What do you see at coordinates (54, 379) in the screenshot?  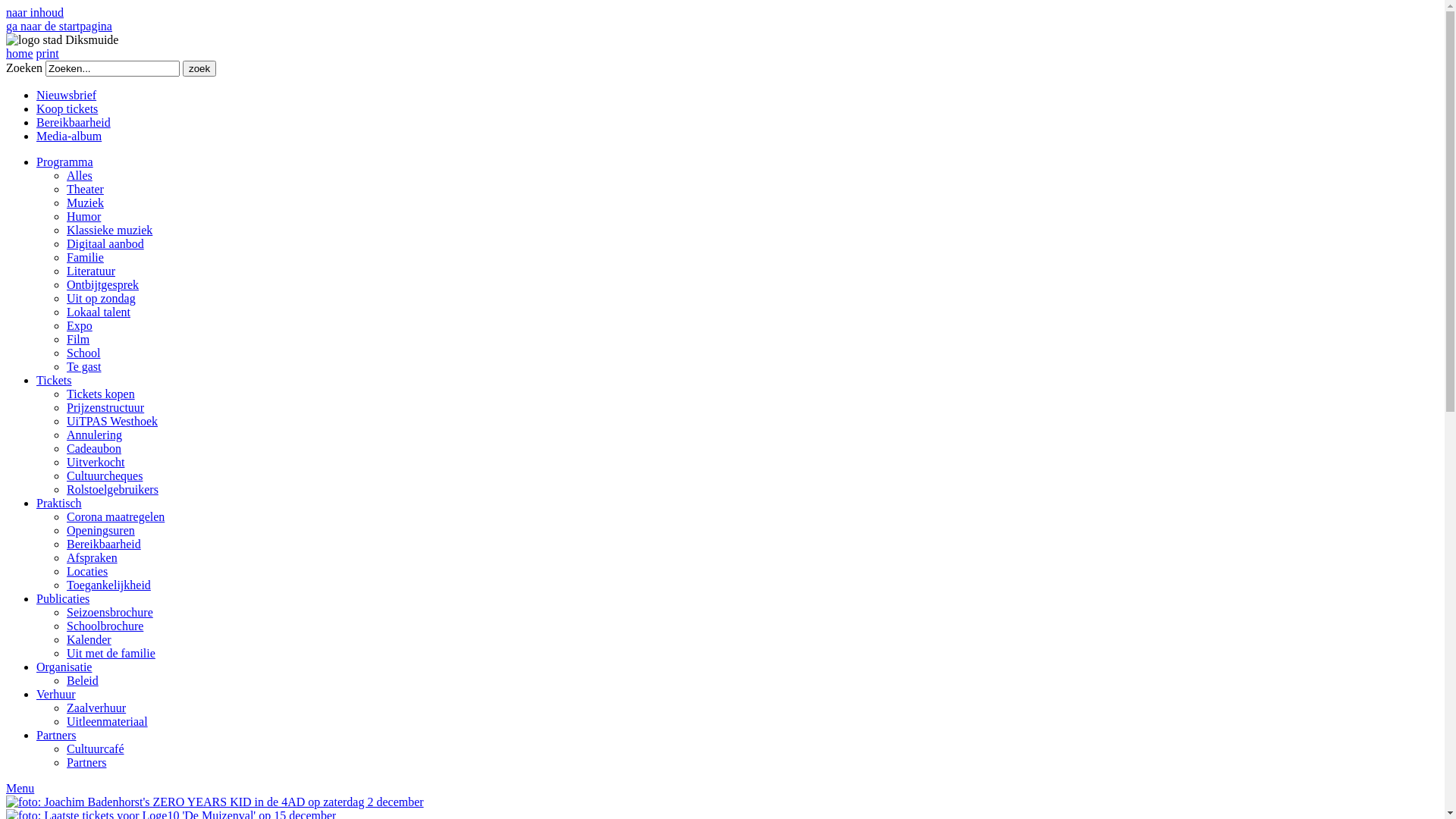 I see `'Tickets'` at bounding box center [54, 379].